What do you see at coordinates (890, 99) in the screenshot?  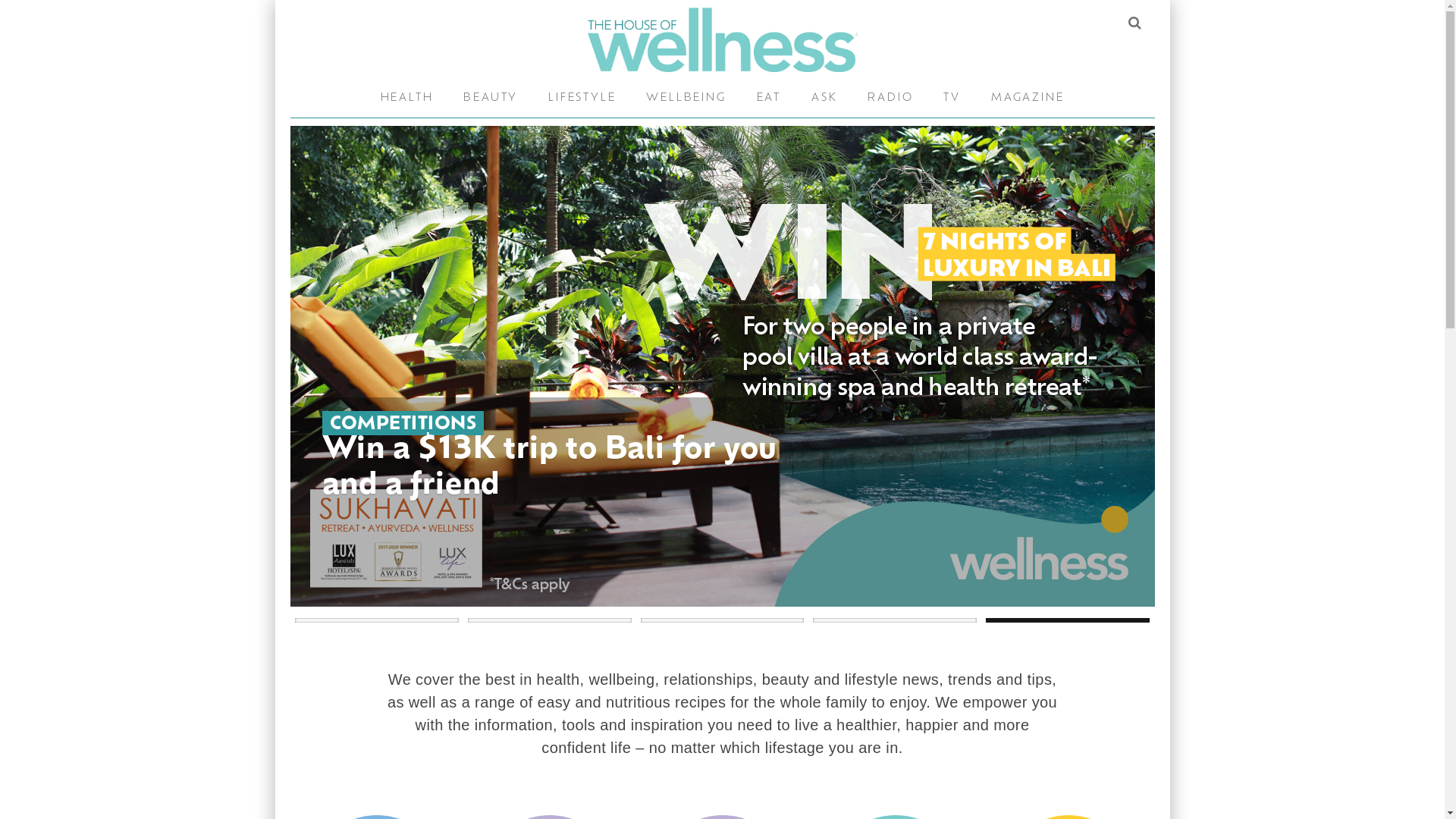 I see `'RADIO'` at bounding box center [890, 99].